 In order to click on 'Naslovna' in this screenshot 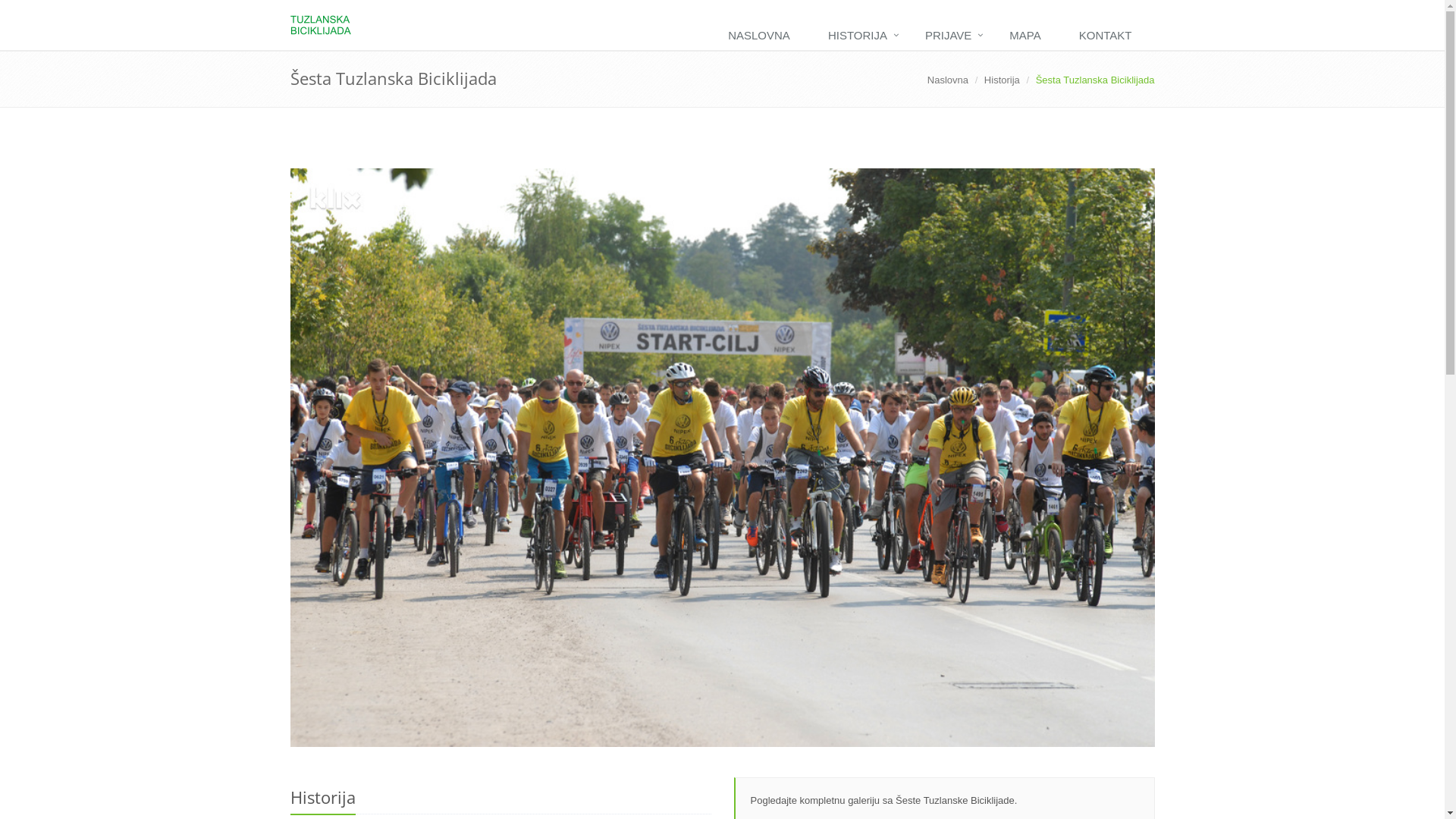, I will do `click(946, 80)`.